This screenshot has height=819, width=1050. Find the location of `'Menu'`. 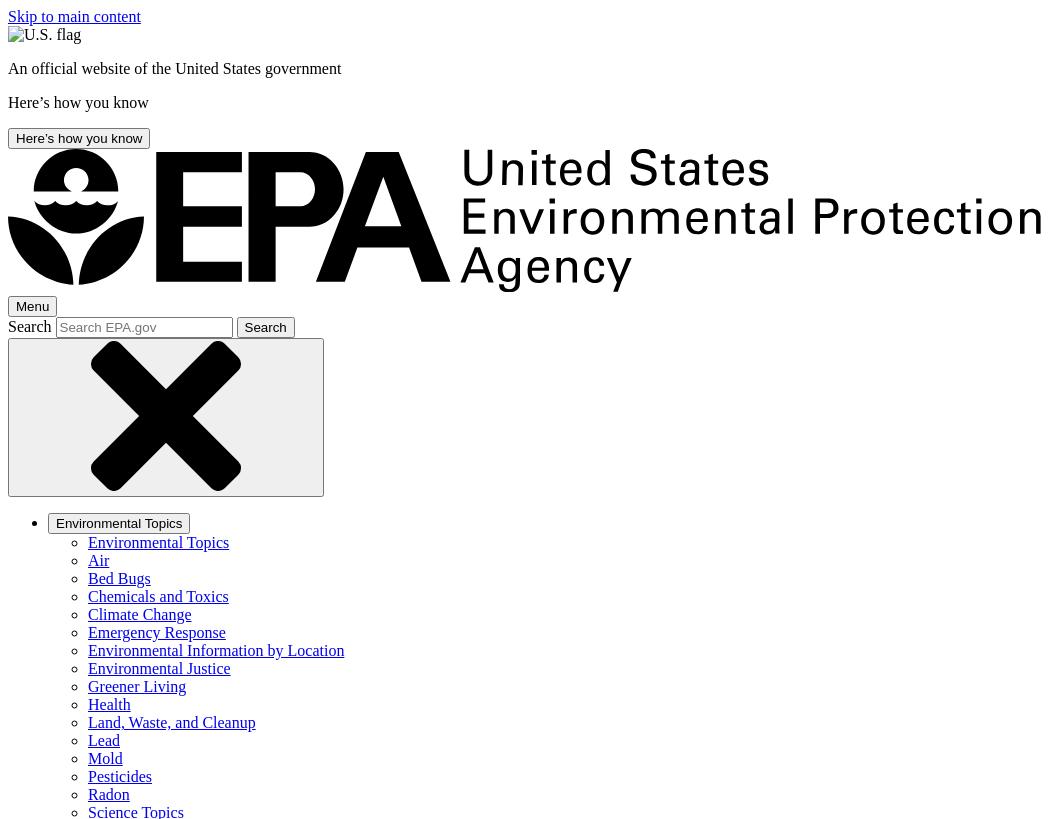

'Menu' is located at coordinates (32, 306).